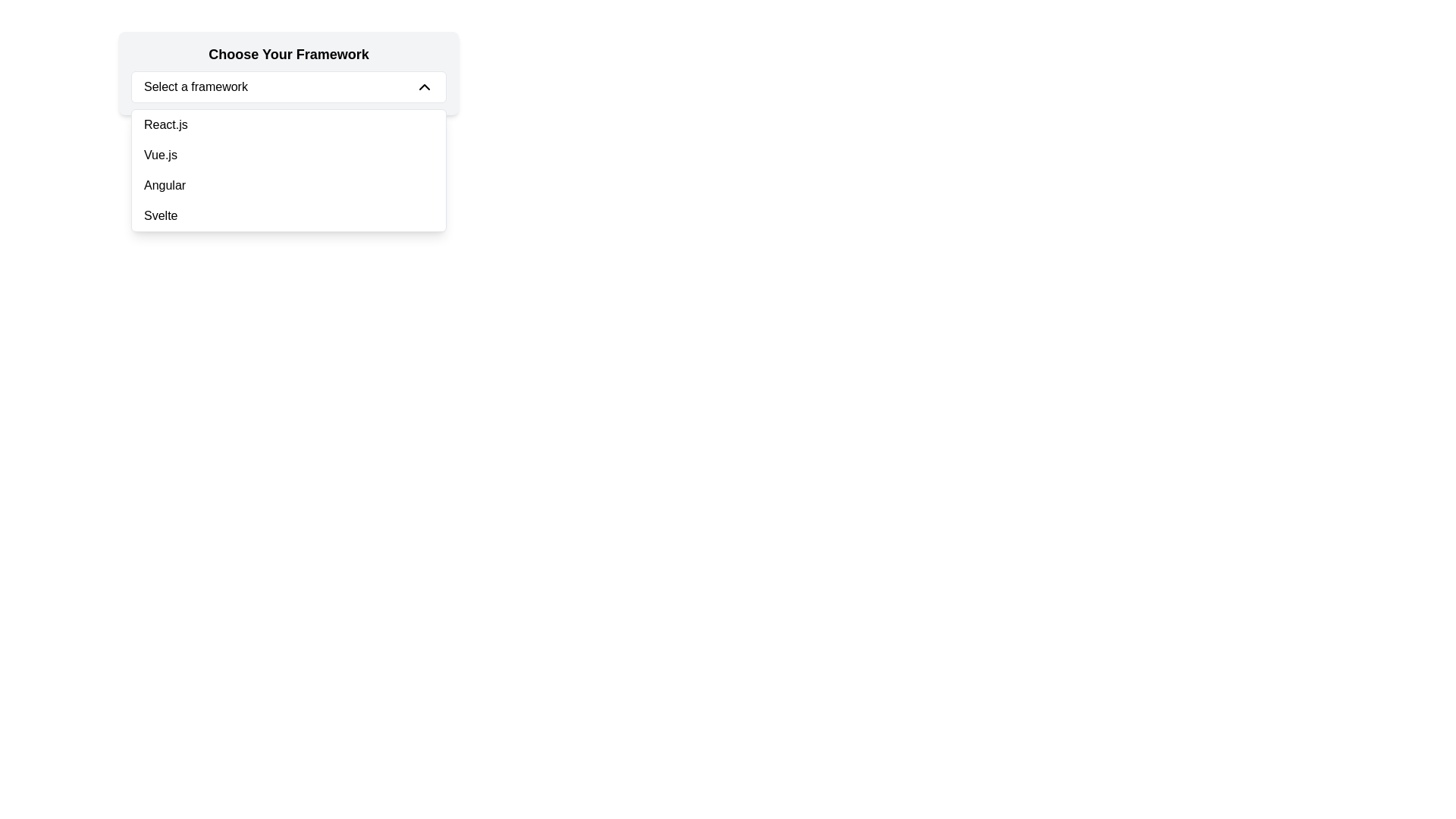 The image size is (1456, 819). What do you see at coordinates (288, 124) in the screenshot?
I see `to select the 'React.js' option from the dropdown list, which is the first item in the list of framework options under the 'Choose Your Framework' menu` at bounding box center [288, 124].